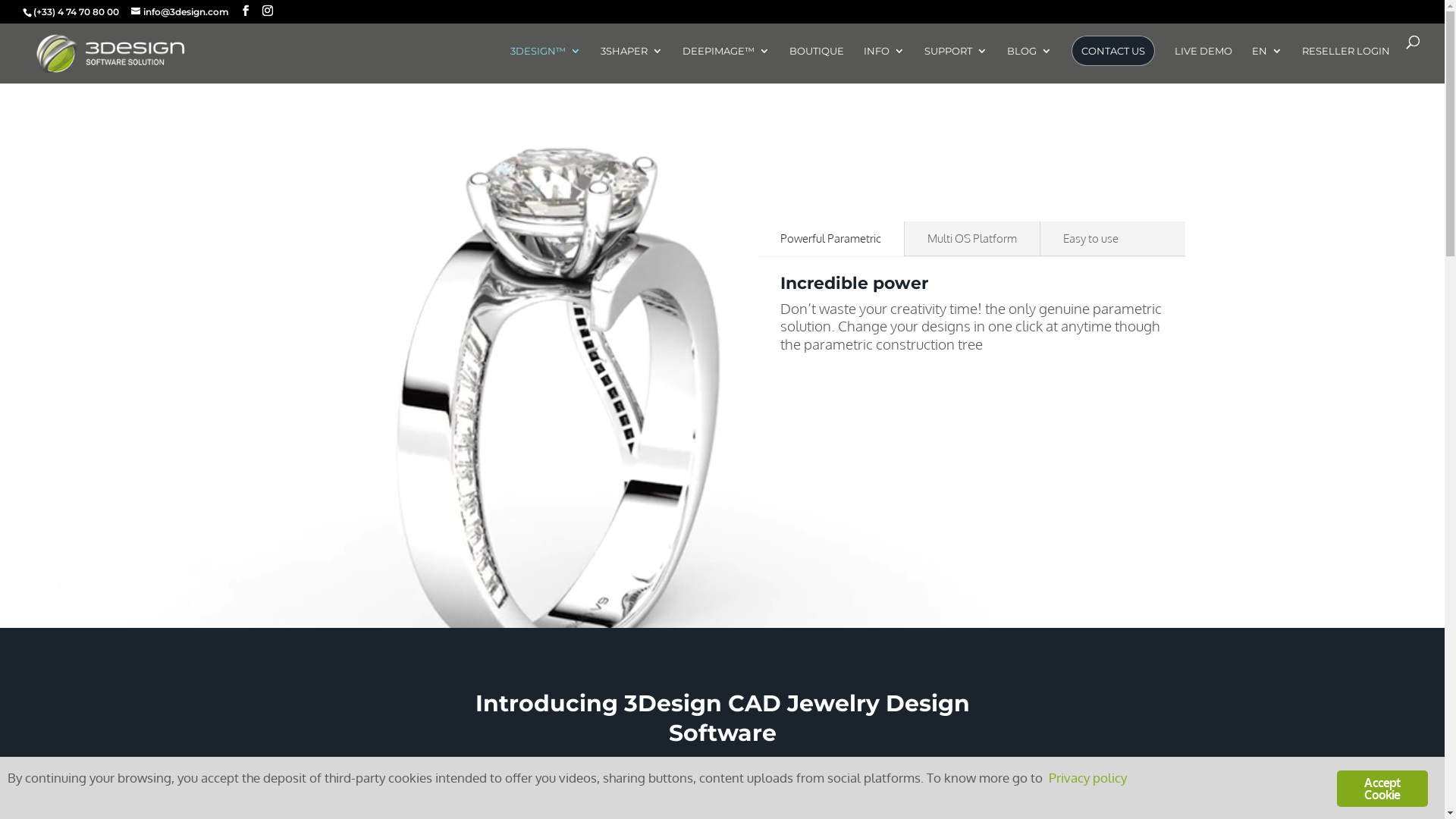 Image resolution: width=1456 pixels, height=819 pixels. What do you see at coordinates (1087, 777) in the screenshot?
I see `'Privacy policy'` at bounding box center [1087, 777].